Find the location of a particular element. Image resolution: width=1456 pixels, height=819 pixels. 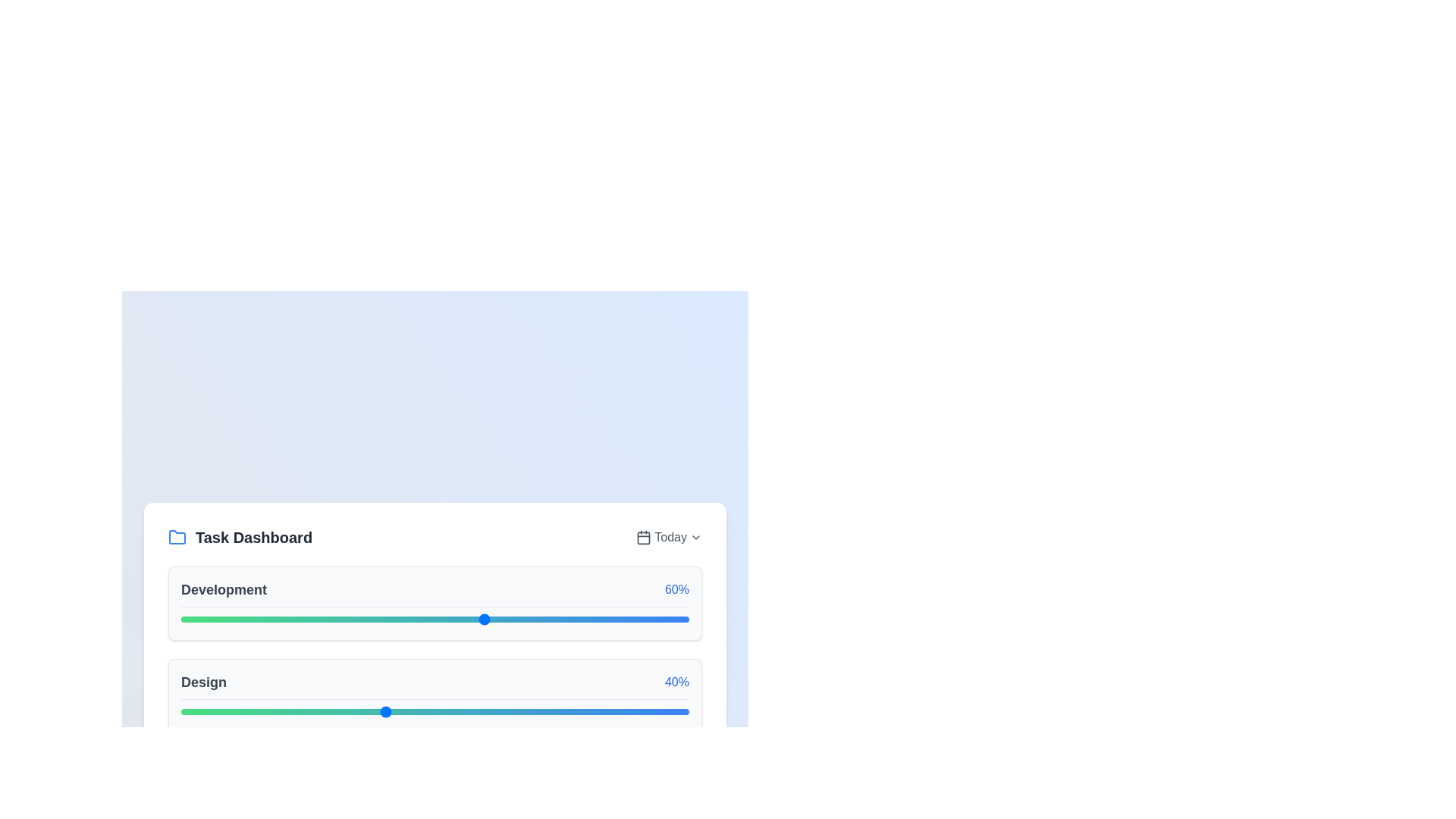

the slider value is located at coordinates (267, 803).